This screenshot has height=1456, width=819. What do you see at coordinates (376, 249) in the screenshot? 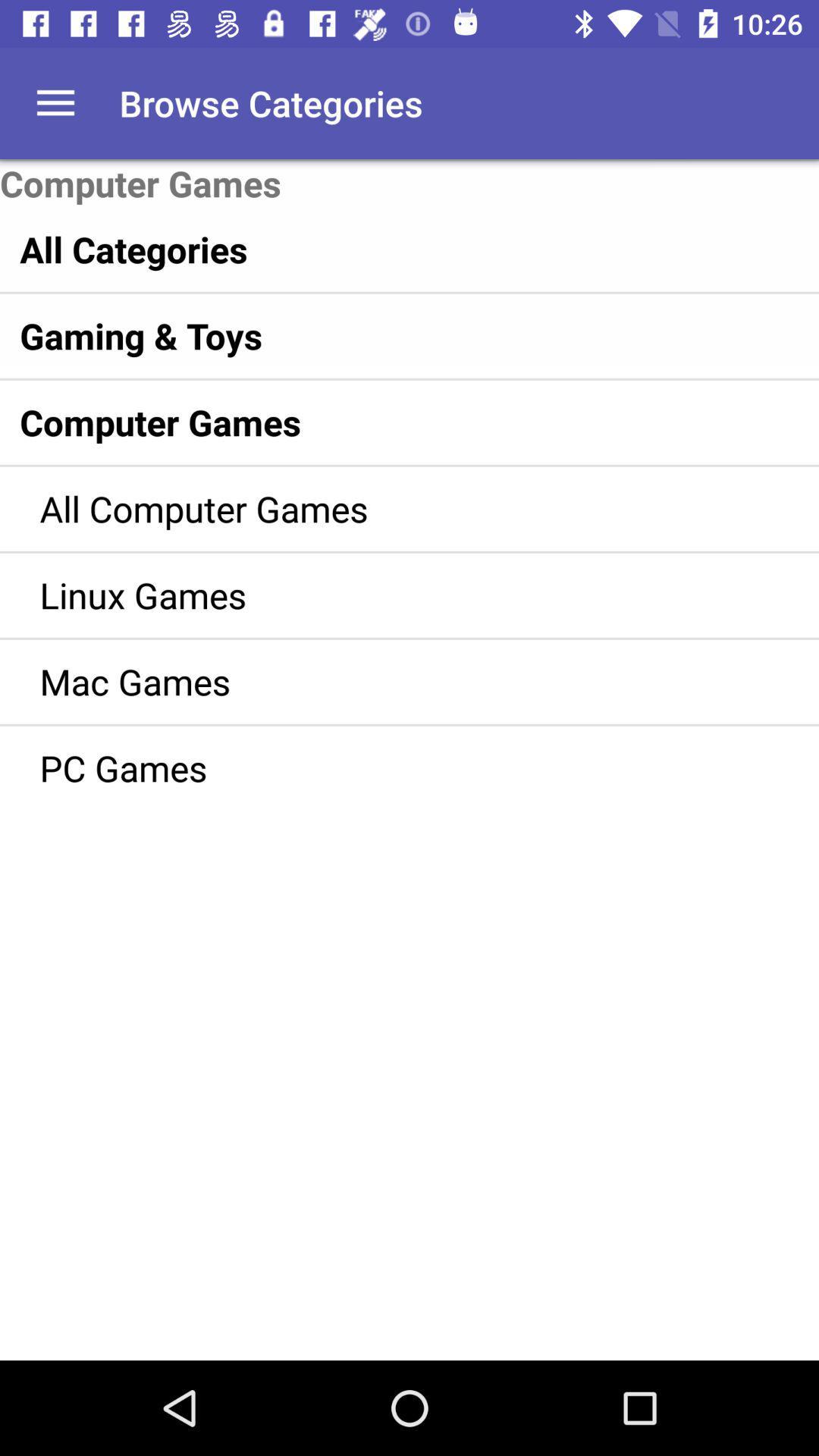
I see `item above gaming & toys` at bounding box center [376, 249].